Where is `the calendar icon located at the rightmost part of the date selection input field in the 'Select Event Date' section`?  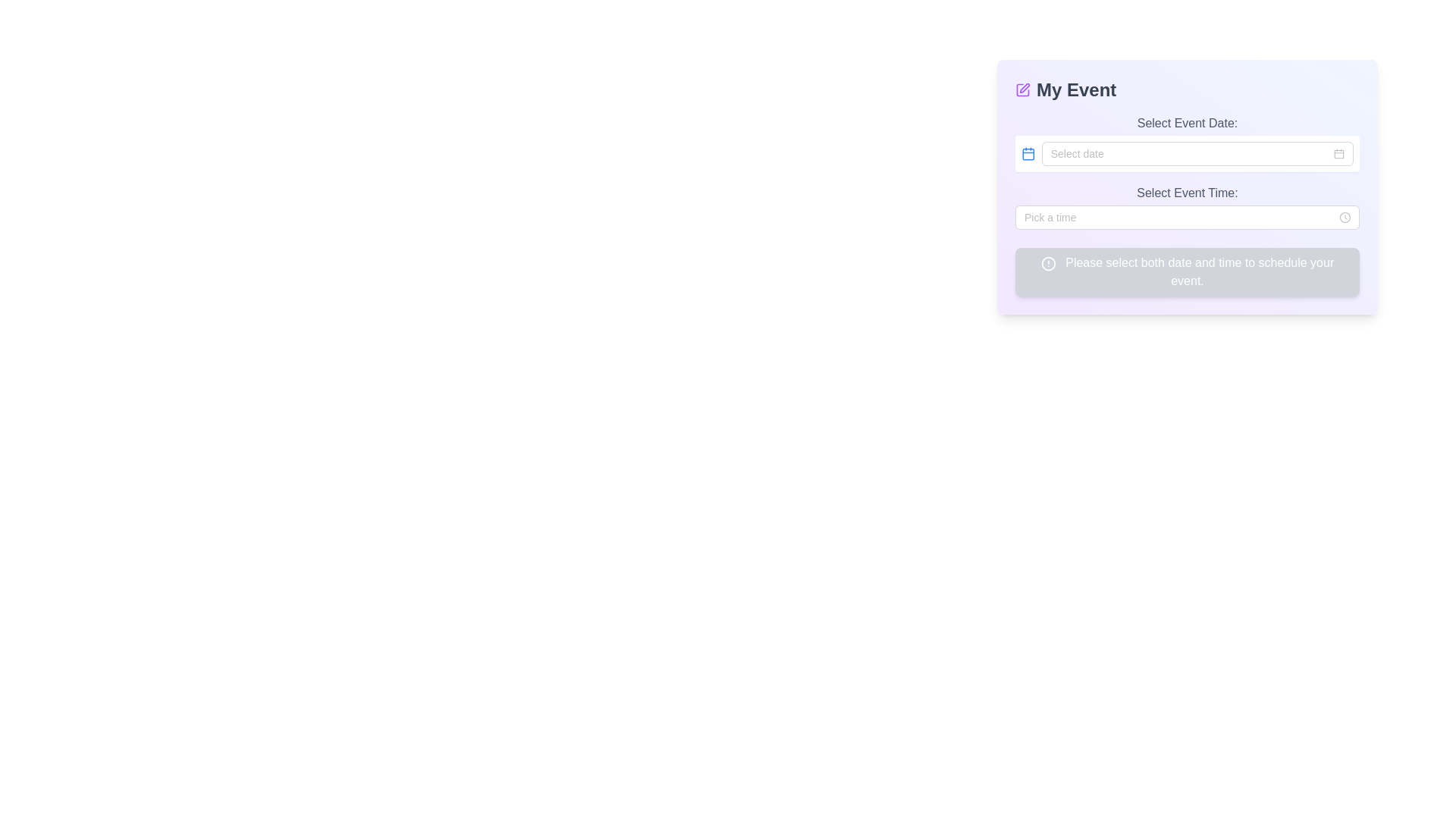 the calendar icon located at the rightmost part of the date selection input field in the 'Select Event Date' section is located at coordinates (1339, 154).